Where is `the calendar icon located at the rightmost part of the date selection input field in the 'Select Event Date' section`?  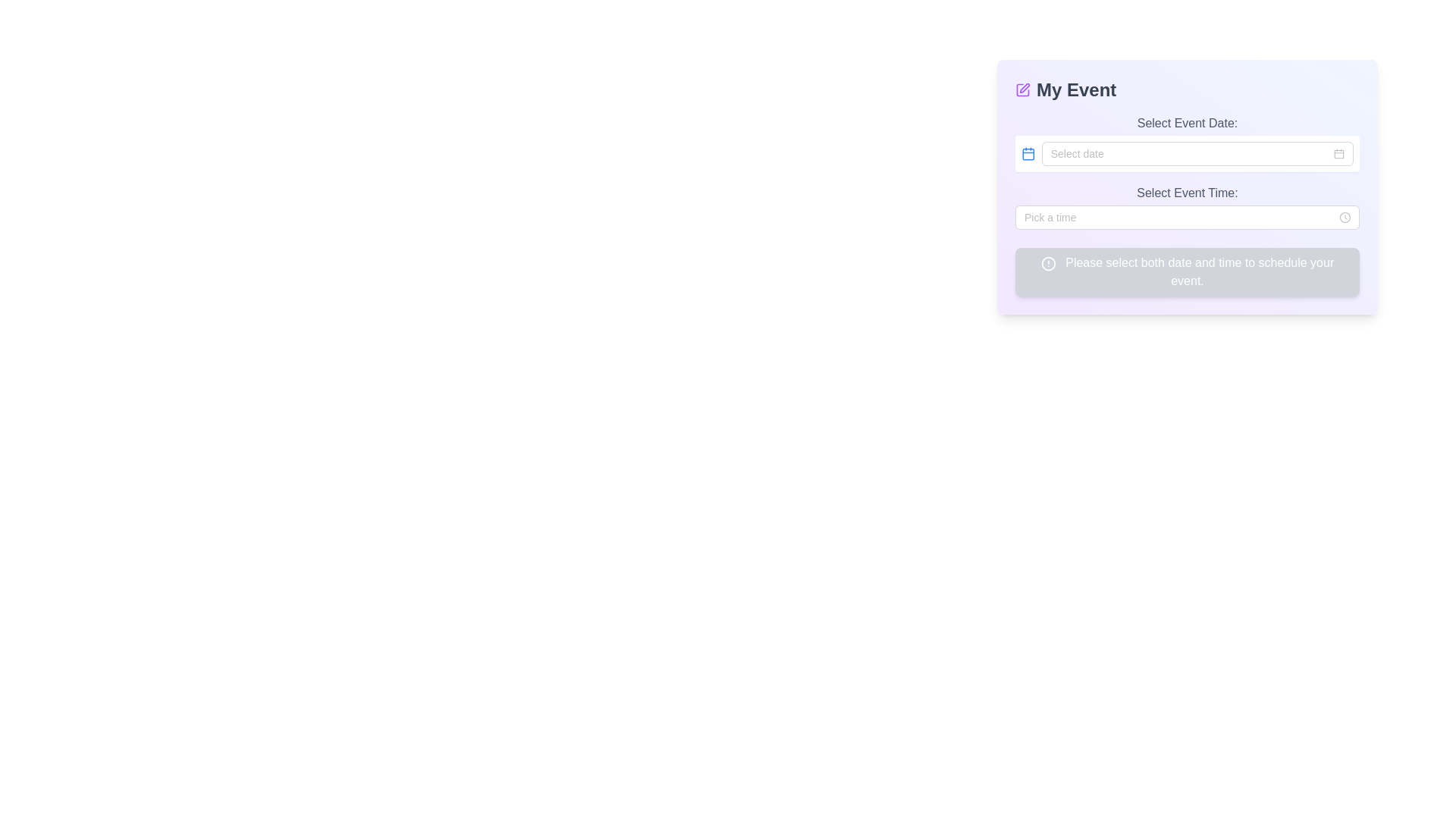 the calendar icon located at the rightmost part of the date selection input field in the 'Select Event Date' section is located at coordinates (1339, 154).